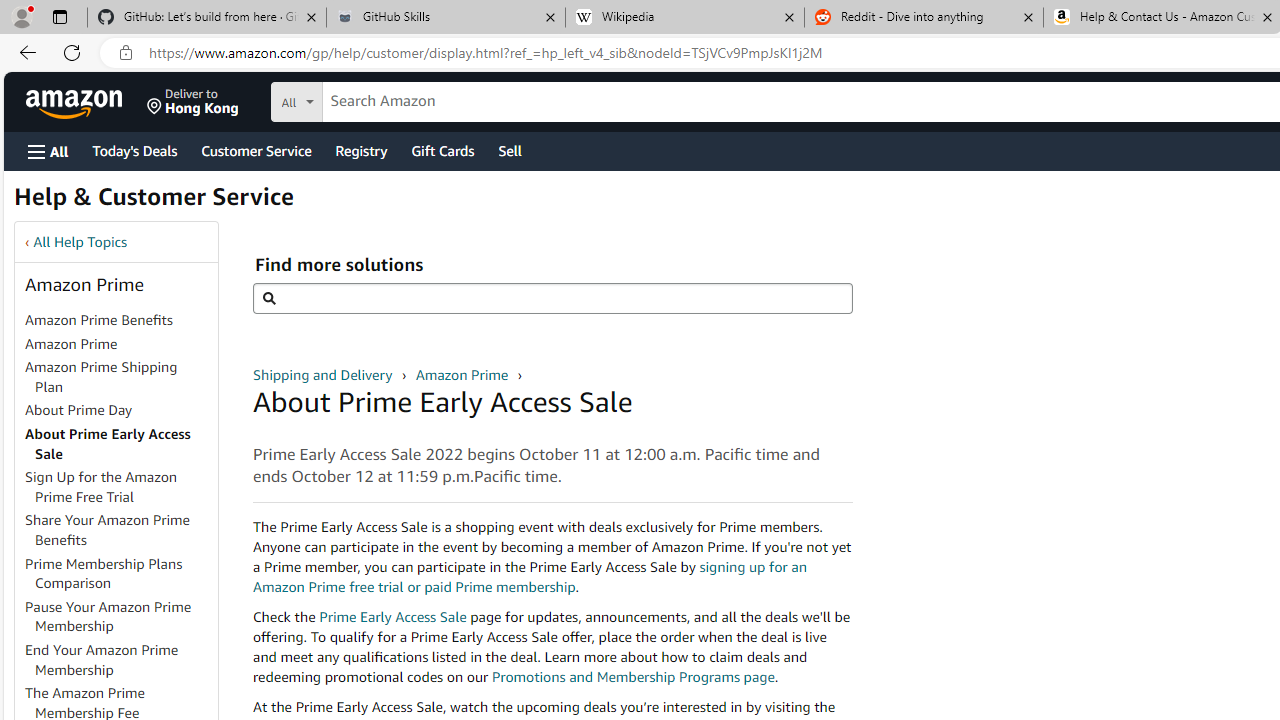 The image size is (1280, 720). What do you see at coordinates (552, 298) in the screenshot?
I see `'Find more solutions'` at bounding box center [552, 298].